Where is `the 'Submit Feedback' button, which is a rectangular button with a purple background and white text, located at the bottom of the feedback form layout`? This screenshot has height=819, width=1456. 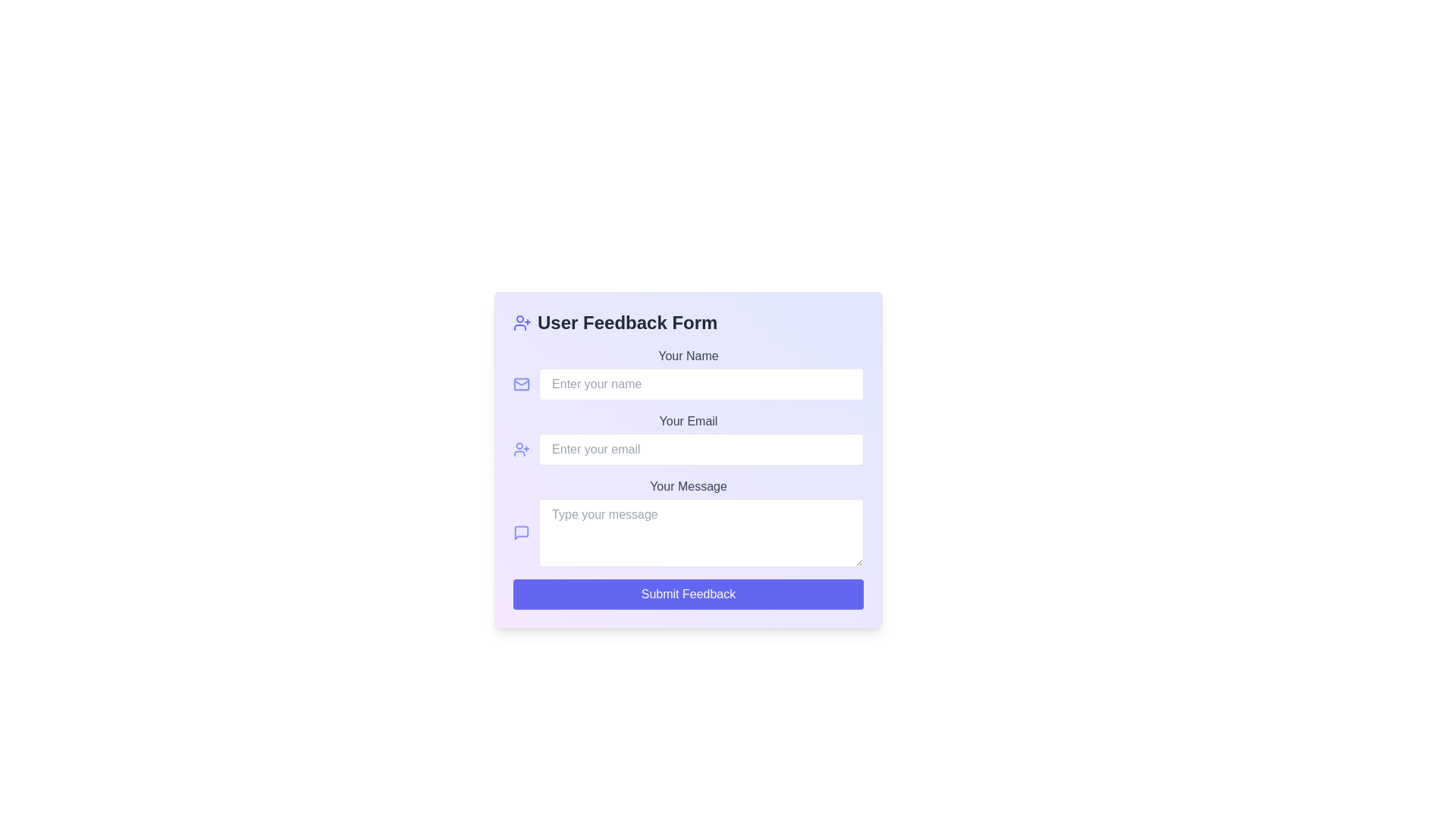
the 'Submit Feedback' button, which is a rectangular button with a purple background and white text, located at the bottom of the feedback form layout is located at coordinates (687, 593).